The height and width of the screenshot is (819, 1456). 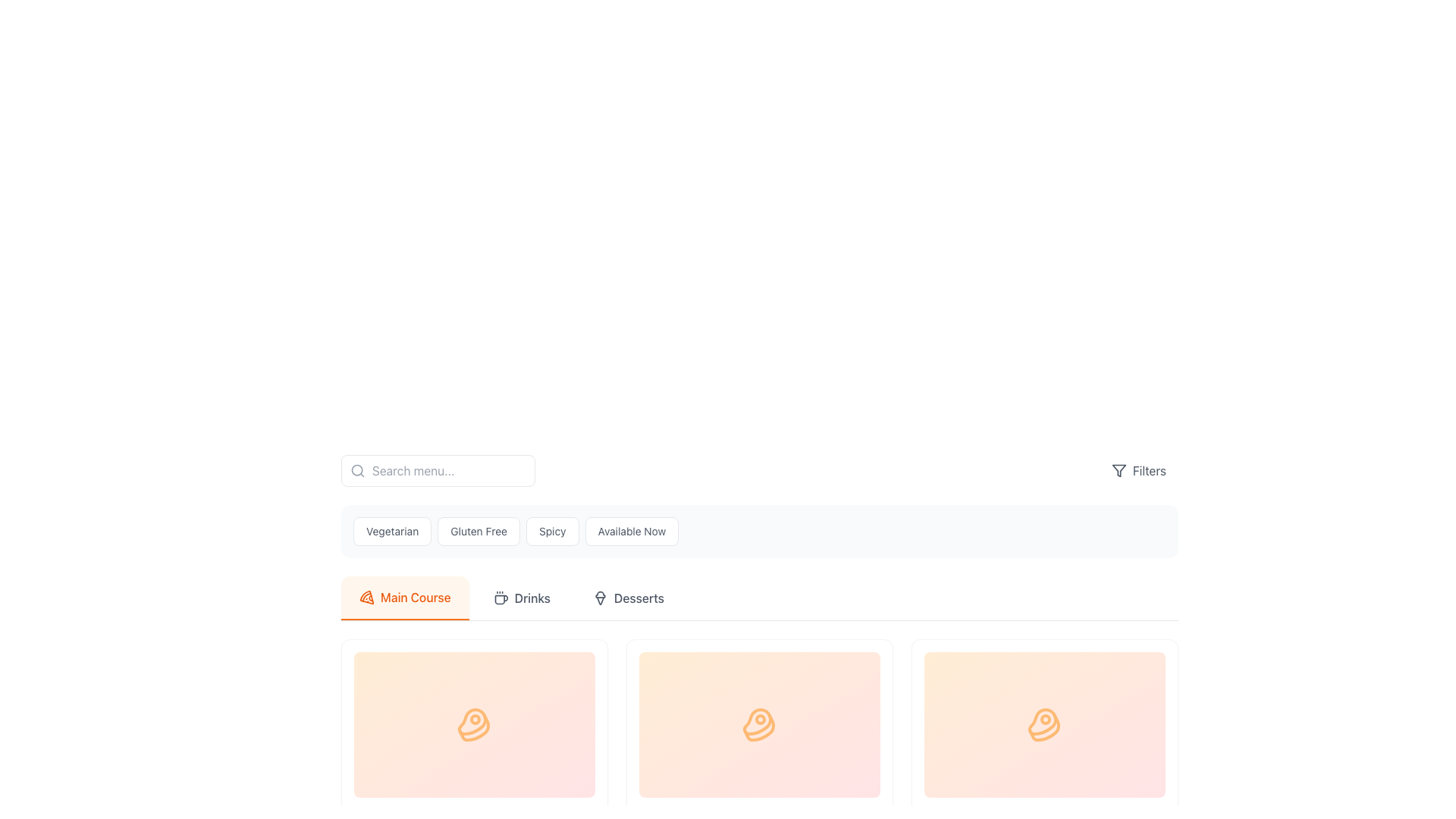 What do you see at coordinates (367, 596) in the screenshot?
I see `the pizza slice icon in the SVG graphic` at bounding box center [367, 596].